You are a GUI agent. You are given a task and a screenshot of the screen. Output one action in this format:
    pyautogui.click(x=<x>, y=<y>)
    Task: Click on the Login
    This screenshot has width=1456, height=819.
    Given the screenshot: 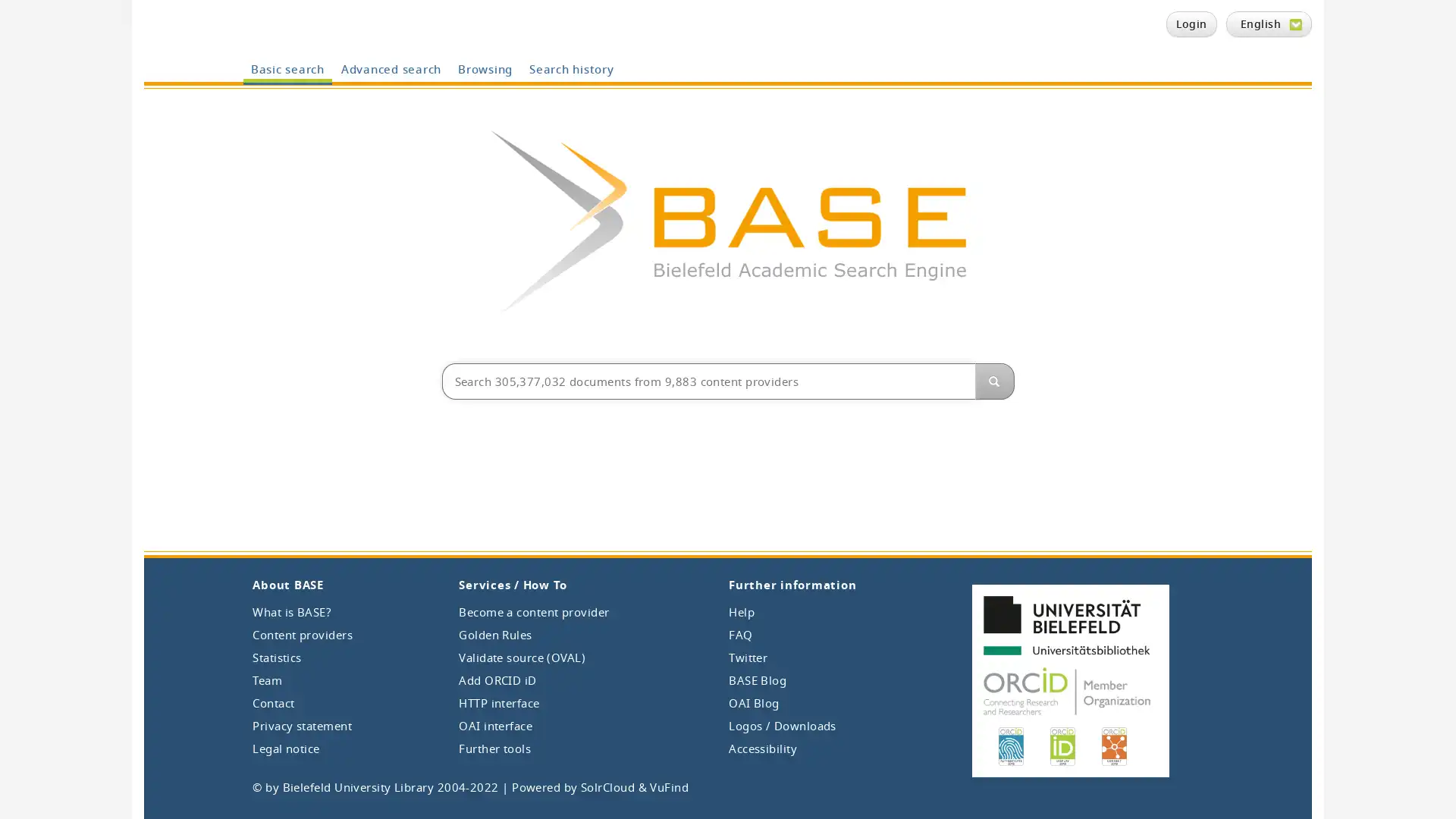 What is the action you would take?
    pyautogui.click(x=1190, y=24)
    